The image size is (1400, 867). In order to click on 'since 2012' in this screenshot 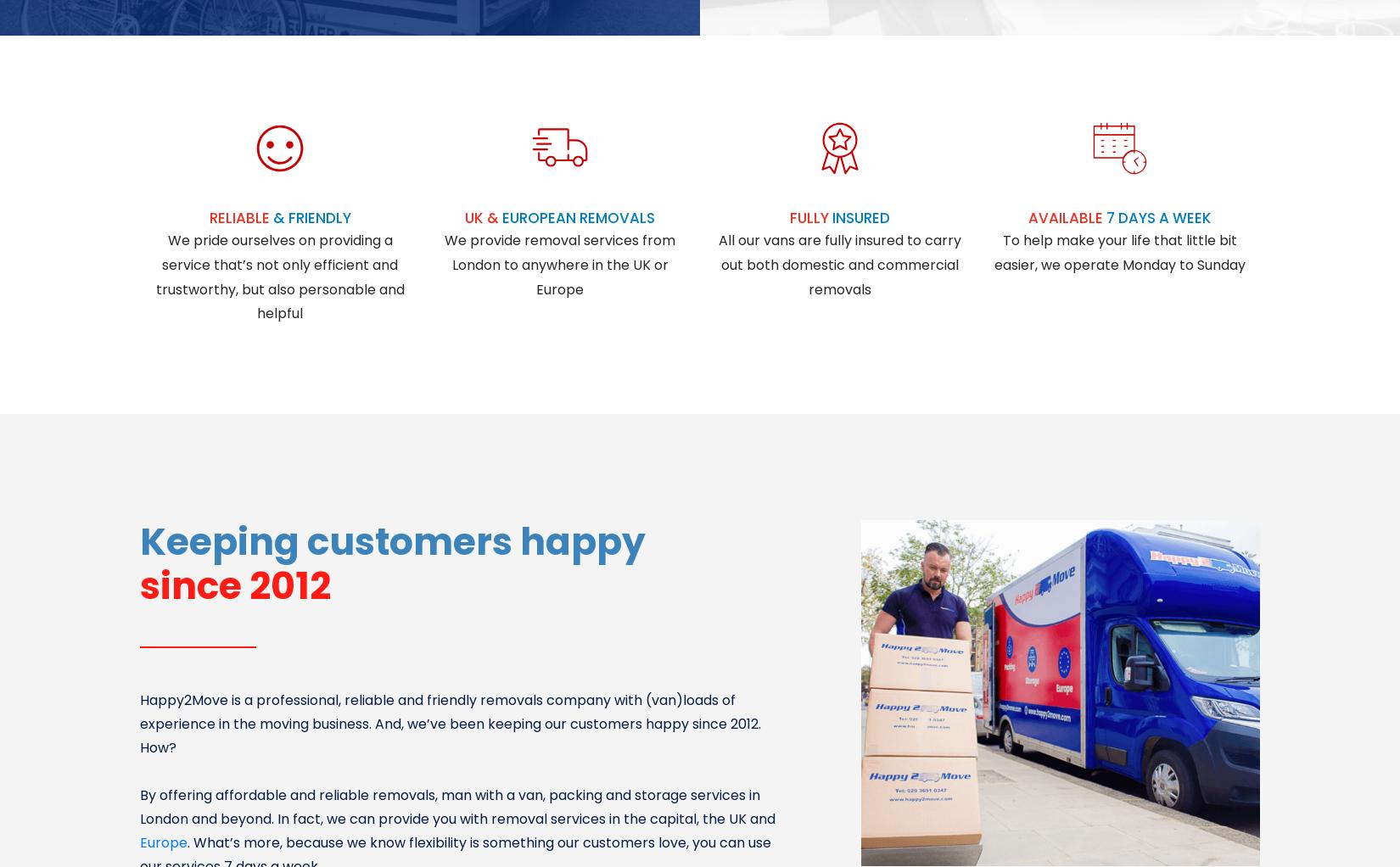, I will do `click(235, 585)`.